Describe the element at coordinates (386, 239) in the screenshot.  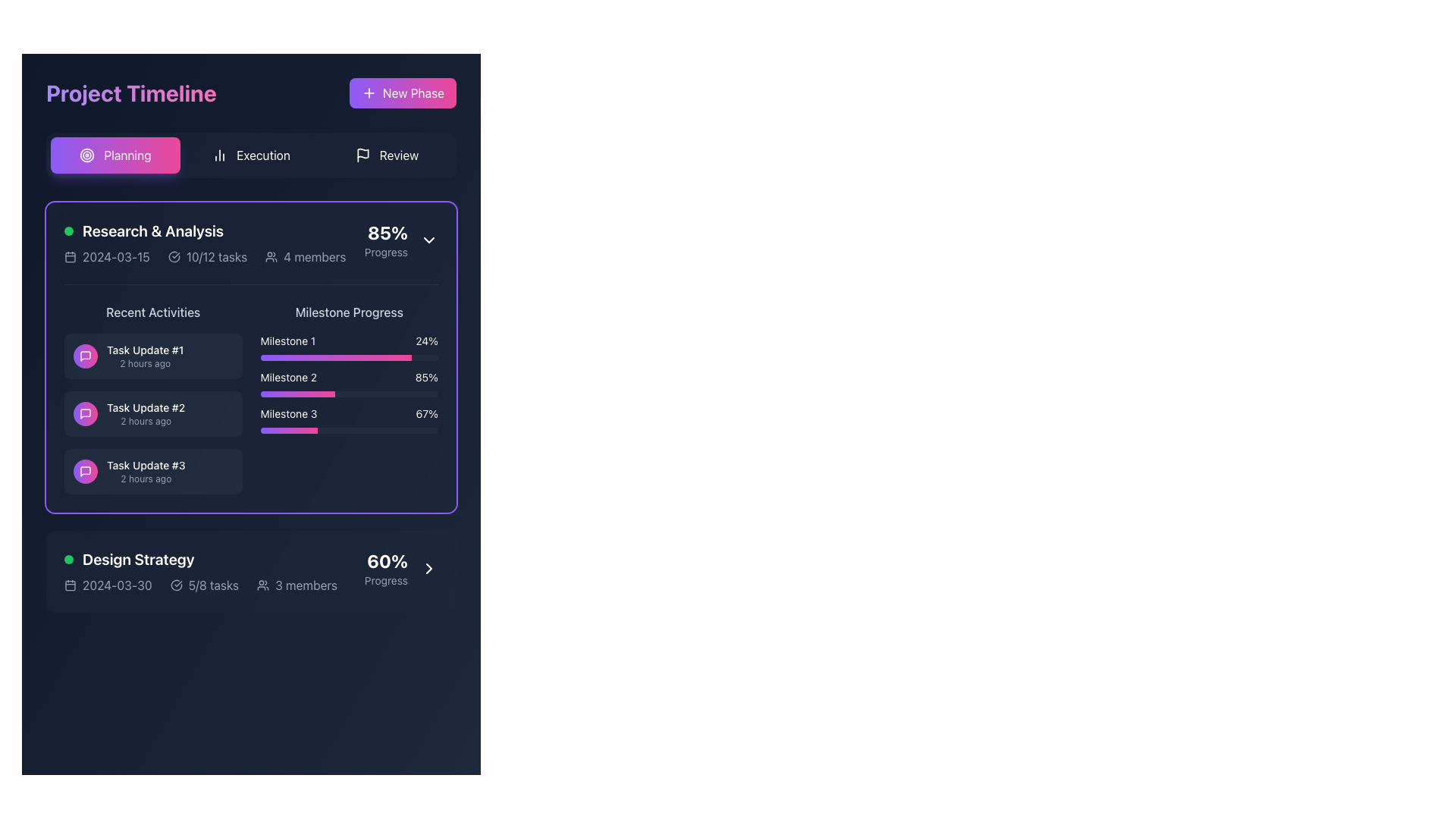
I see `the progress indicator text display located in the 'Research & Analysis' section, positioned at the top right-hand side adjacent to an icon` at that location.